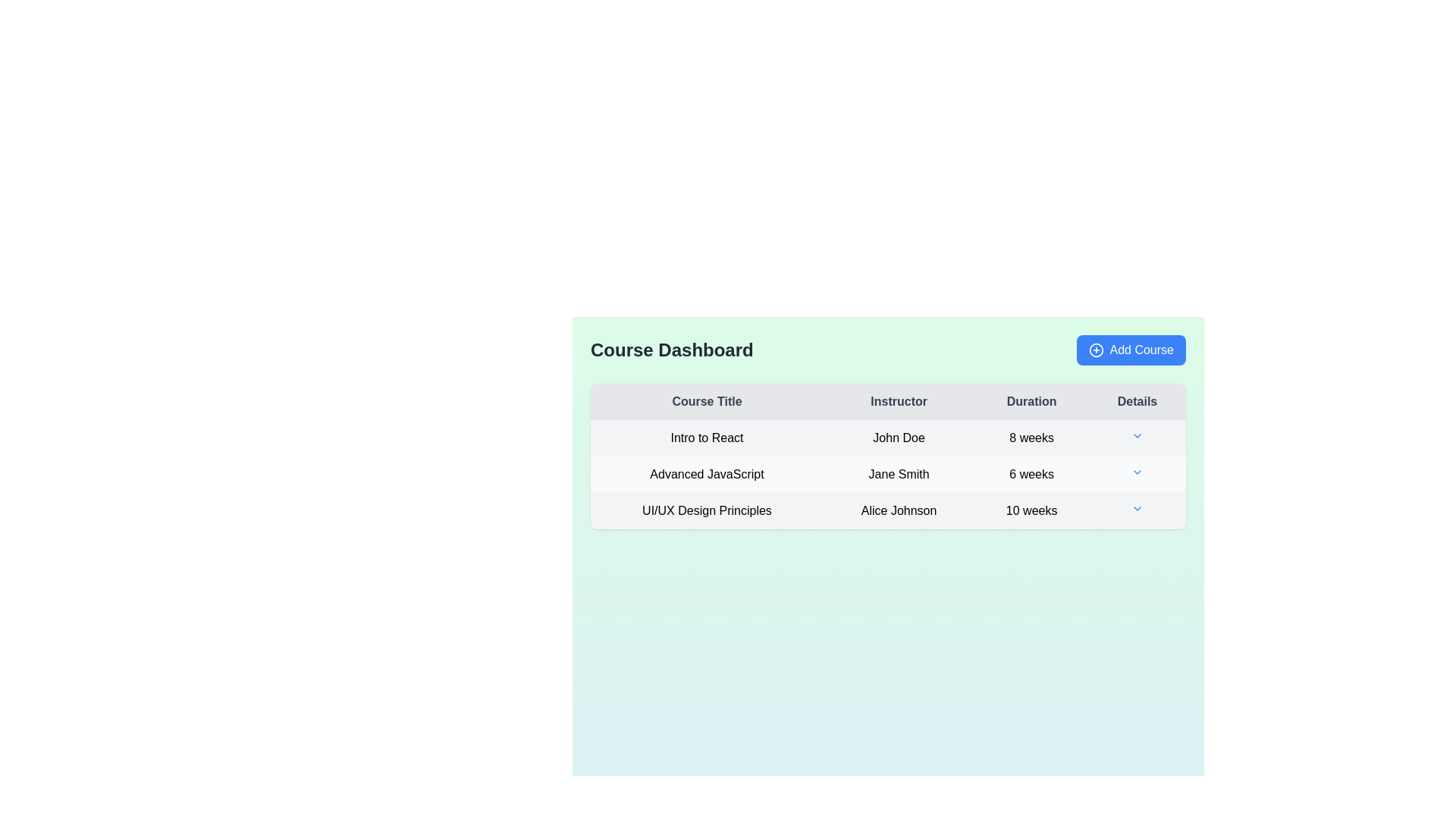  I want to click on the Dropdown indicator icon in the second row of the table, so click(1137, 472).